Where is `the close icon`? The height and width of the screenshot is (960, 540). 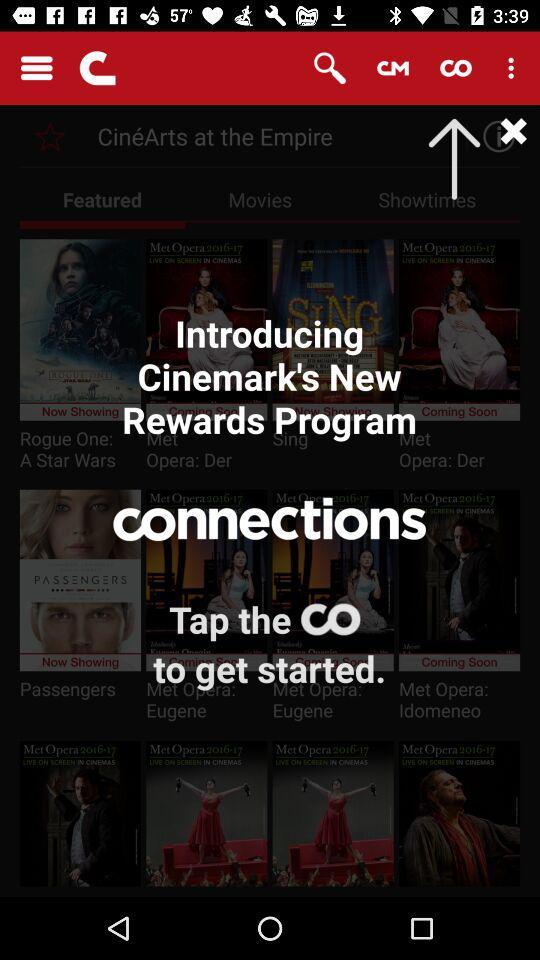
the close icon is located at coordinates (492, 135).